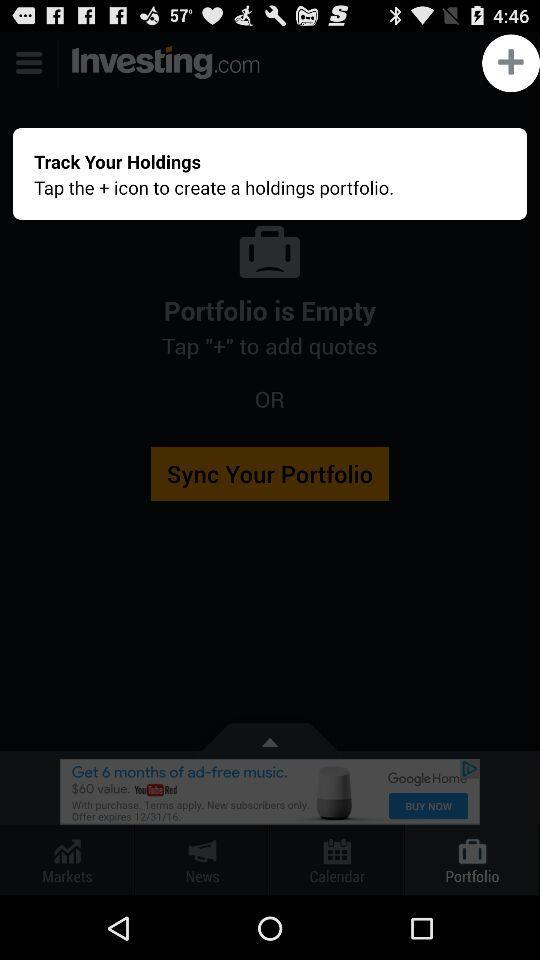 This screenshot has height=960, width=540. Describe the element at coordinates (270, 464) in the screenshot. I see `item at the center` at that location.